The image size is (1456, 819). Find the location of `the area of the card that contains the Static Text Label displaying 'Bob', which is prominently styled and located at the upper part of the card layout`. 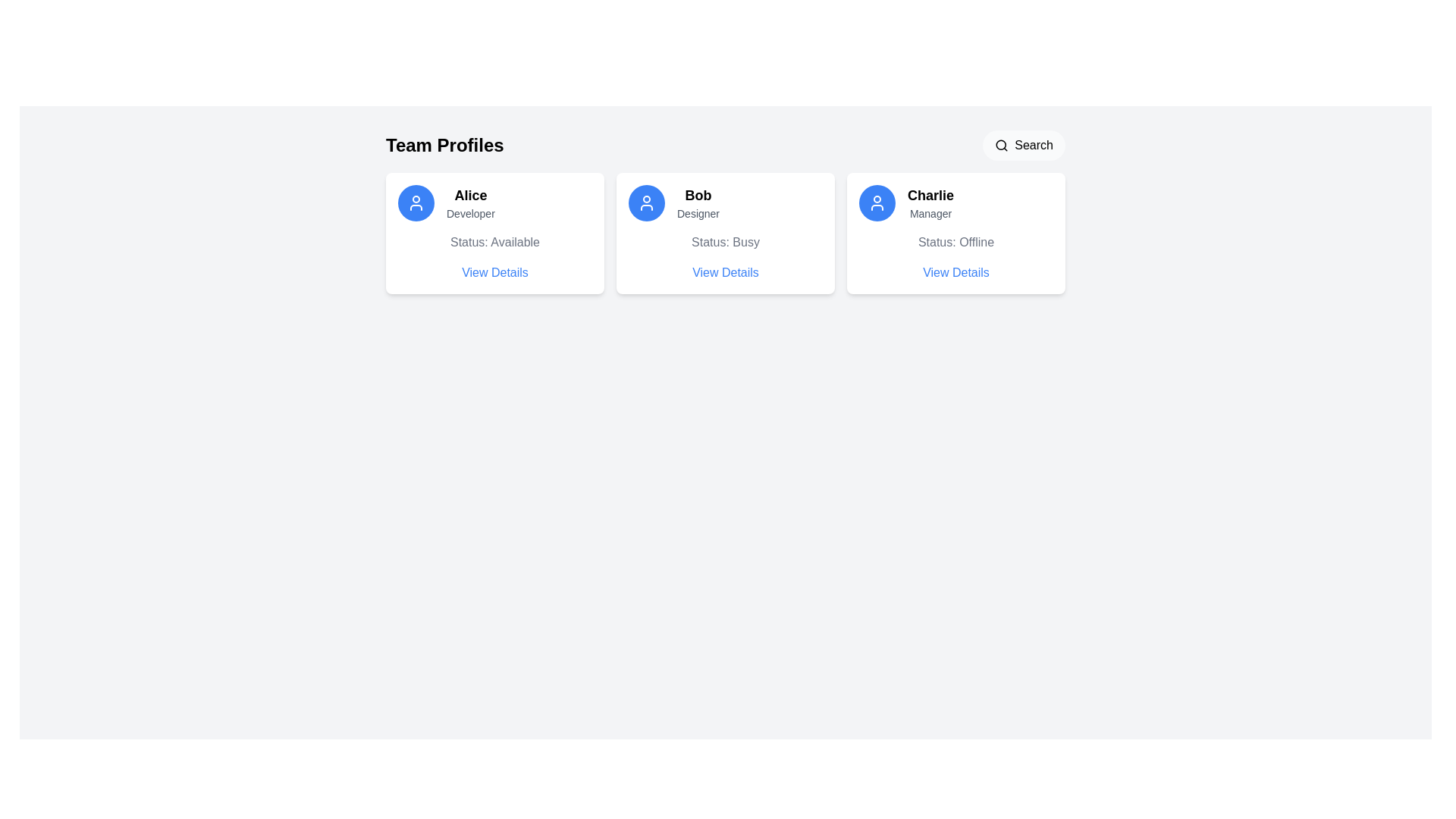

the area of the card that contains the Static Text Label displaying 'Bob', which is prominently styled and located at the upper part of the card layout is located at coordinates (698, 195).